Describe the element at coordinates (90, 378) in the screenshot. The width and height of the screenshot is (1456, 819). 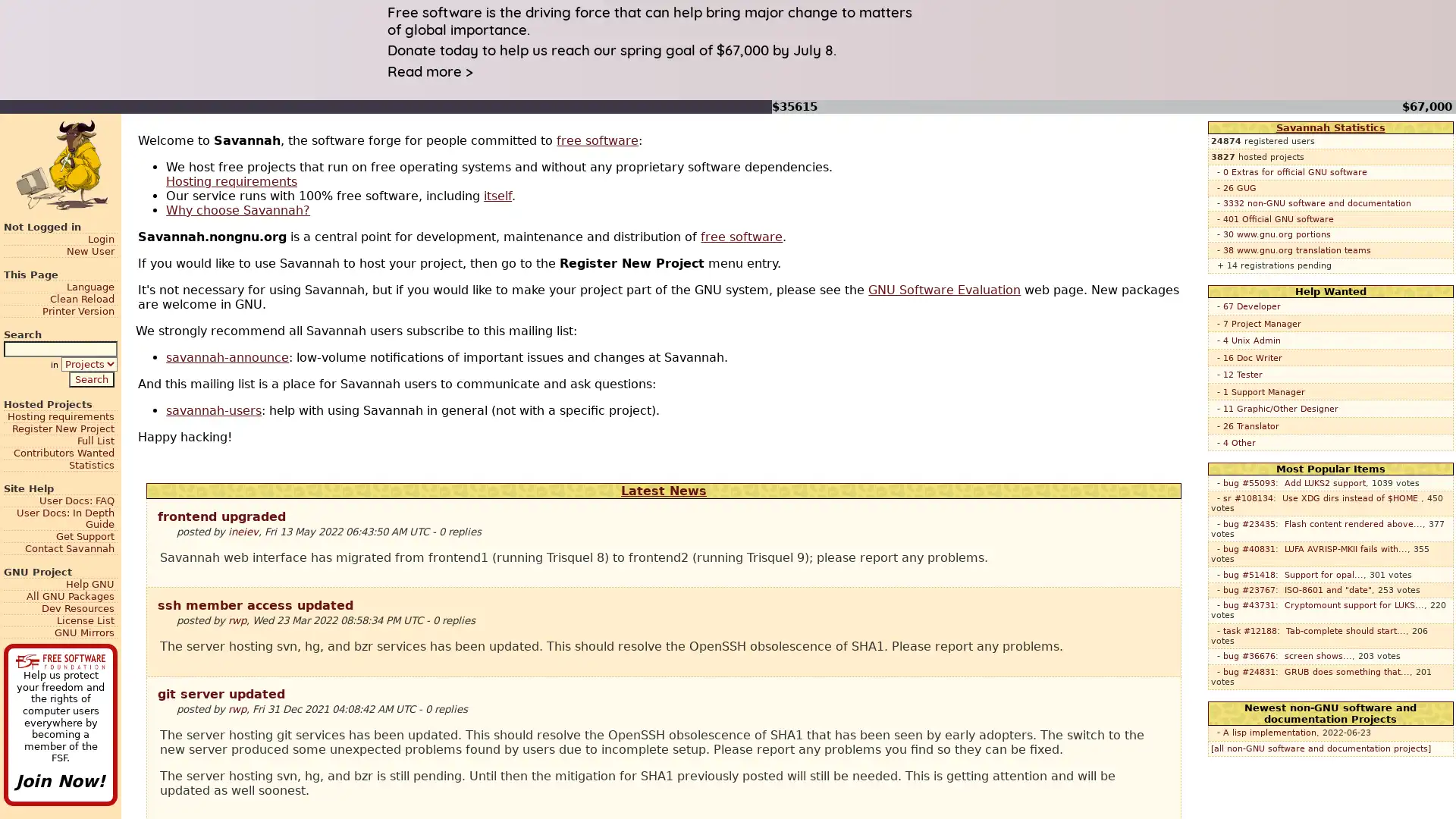
I see `Search` at that location.